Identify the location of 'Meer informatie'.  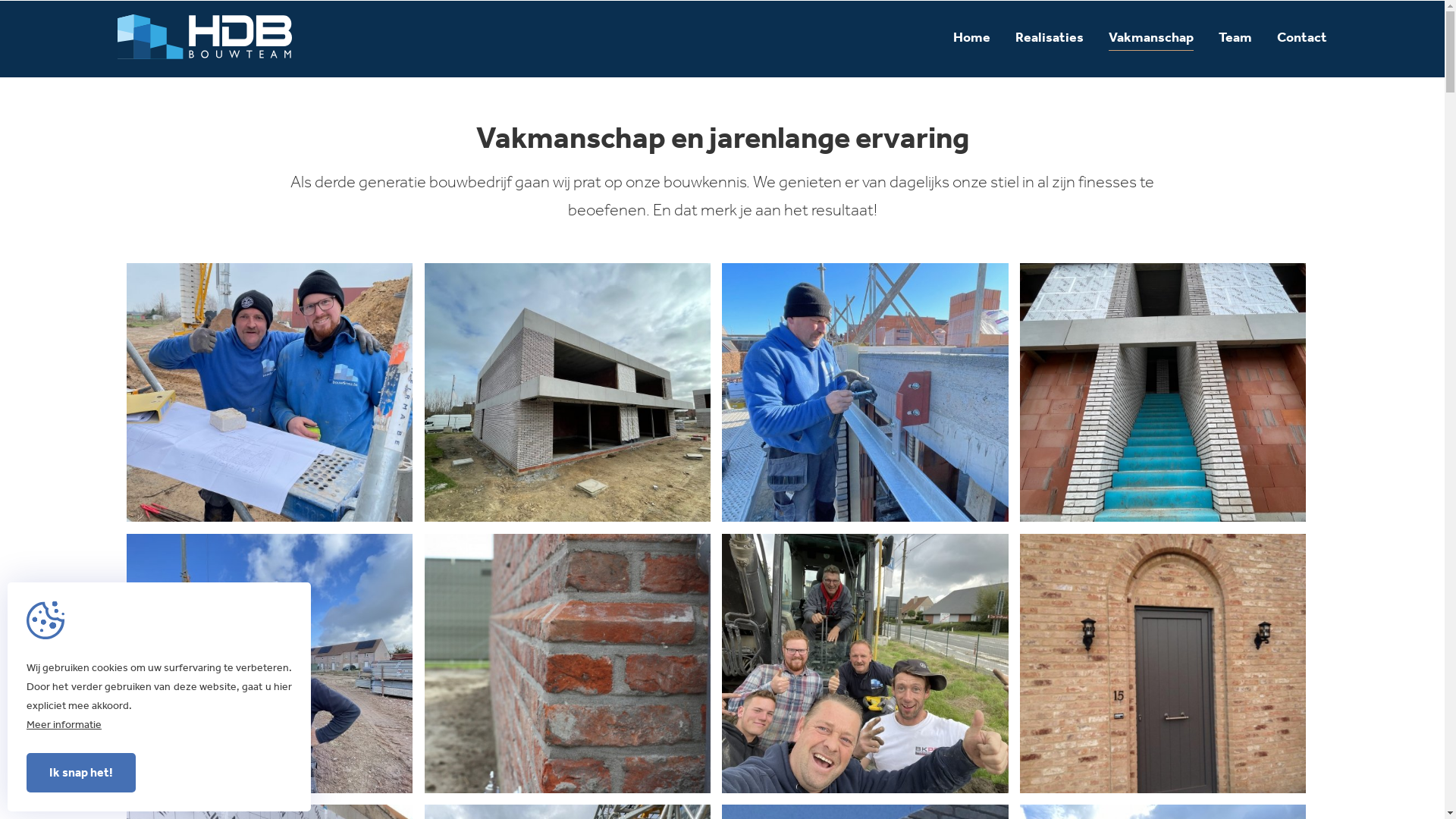
(63, 723).